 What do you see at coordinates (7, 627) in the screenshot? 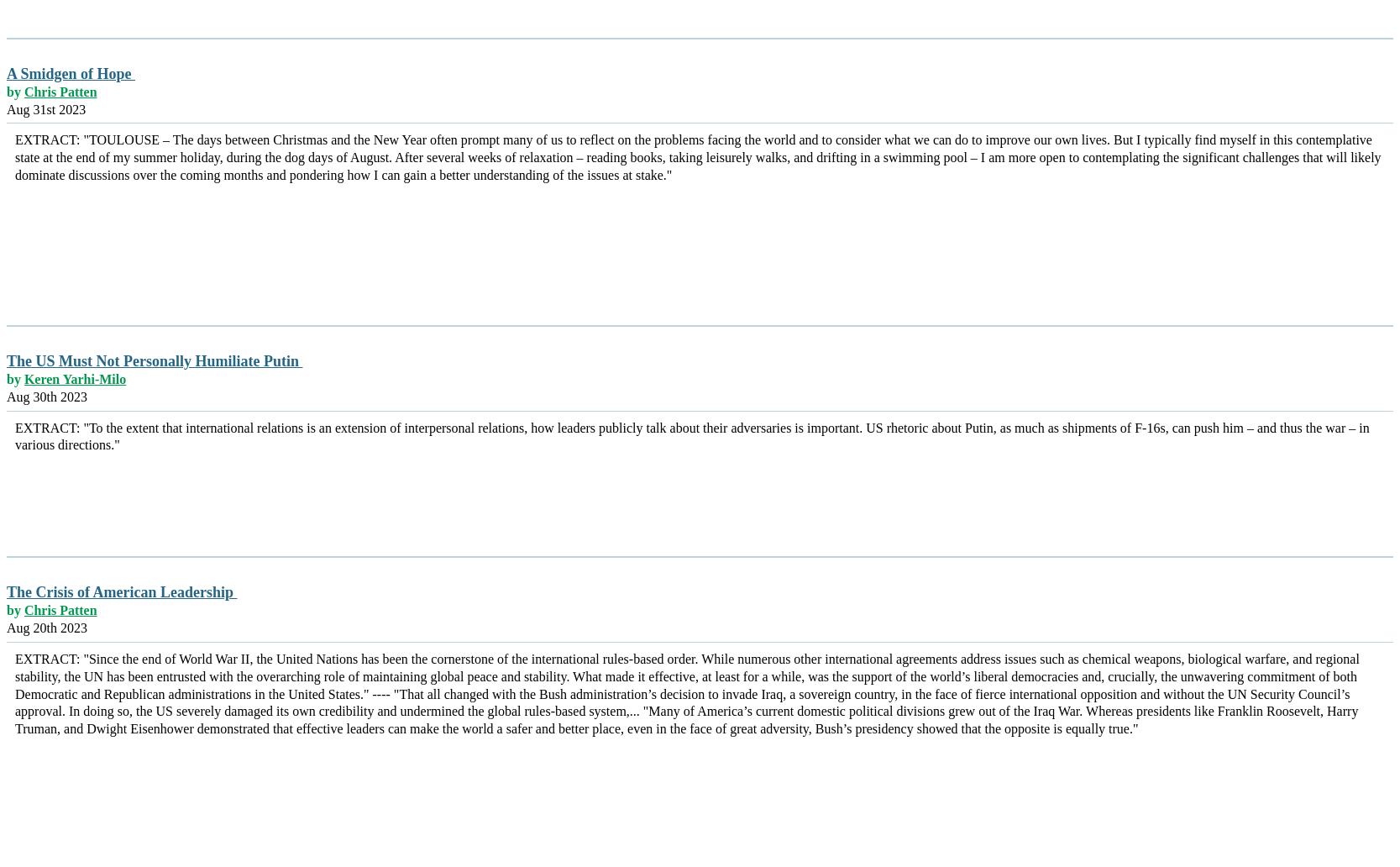
I see `'Aug 20th 2023'` at bounding box center [7, 627].